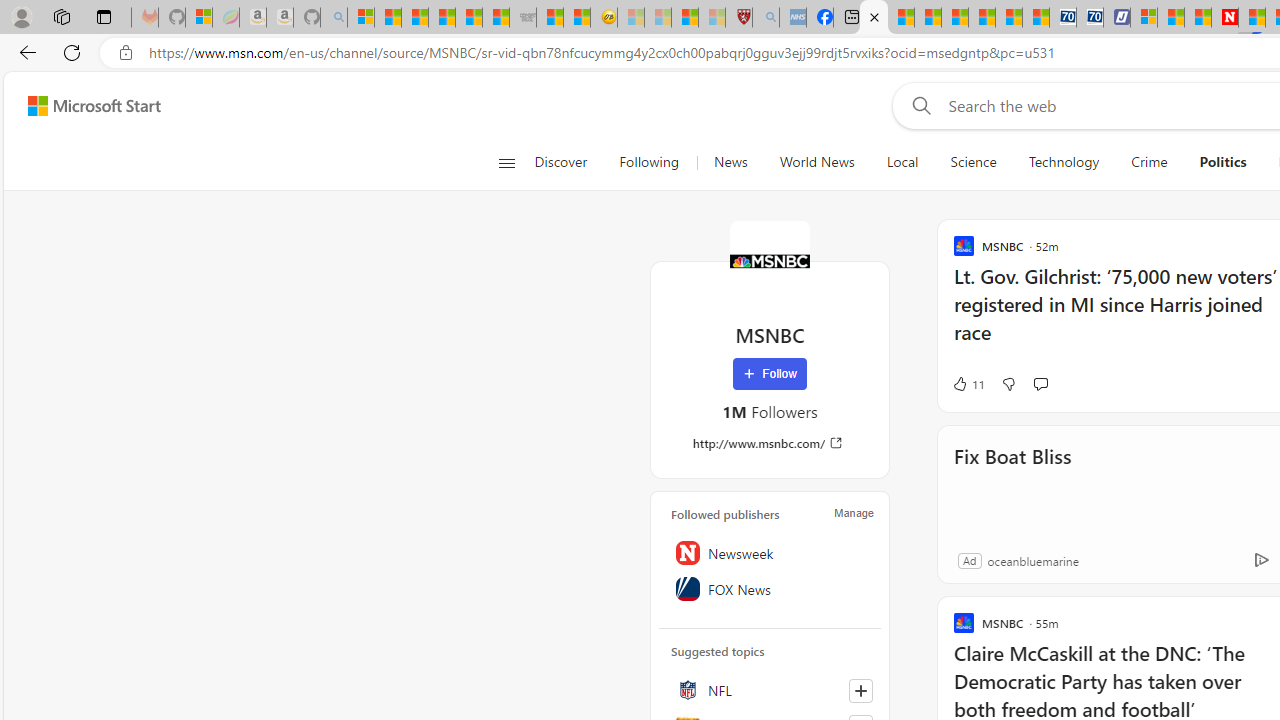 The height and width of the screenshot is (720, 1280). I want to click on 'Microsoft-Report a Concern to Bing', so click(199, 17).